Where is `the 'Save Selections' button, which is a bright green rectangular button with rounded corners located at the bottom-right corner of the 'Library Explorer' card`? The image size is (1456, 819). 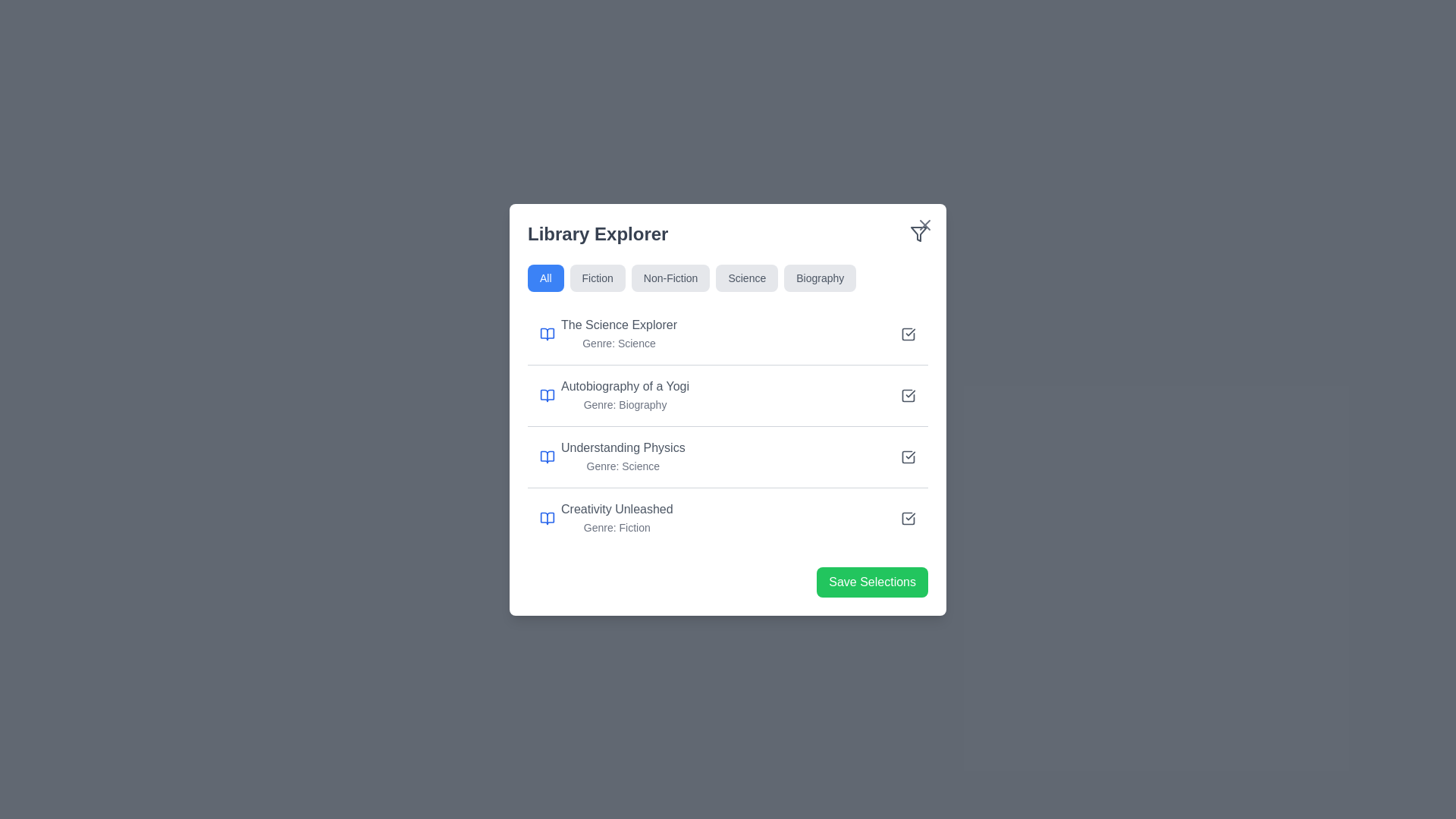
the 'Save Selections' button, which is a bright green rectangular button with rounded corners located at the bottom-right corner of the 'Library Explorer' card is located at coordinates (872, 581).